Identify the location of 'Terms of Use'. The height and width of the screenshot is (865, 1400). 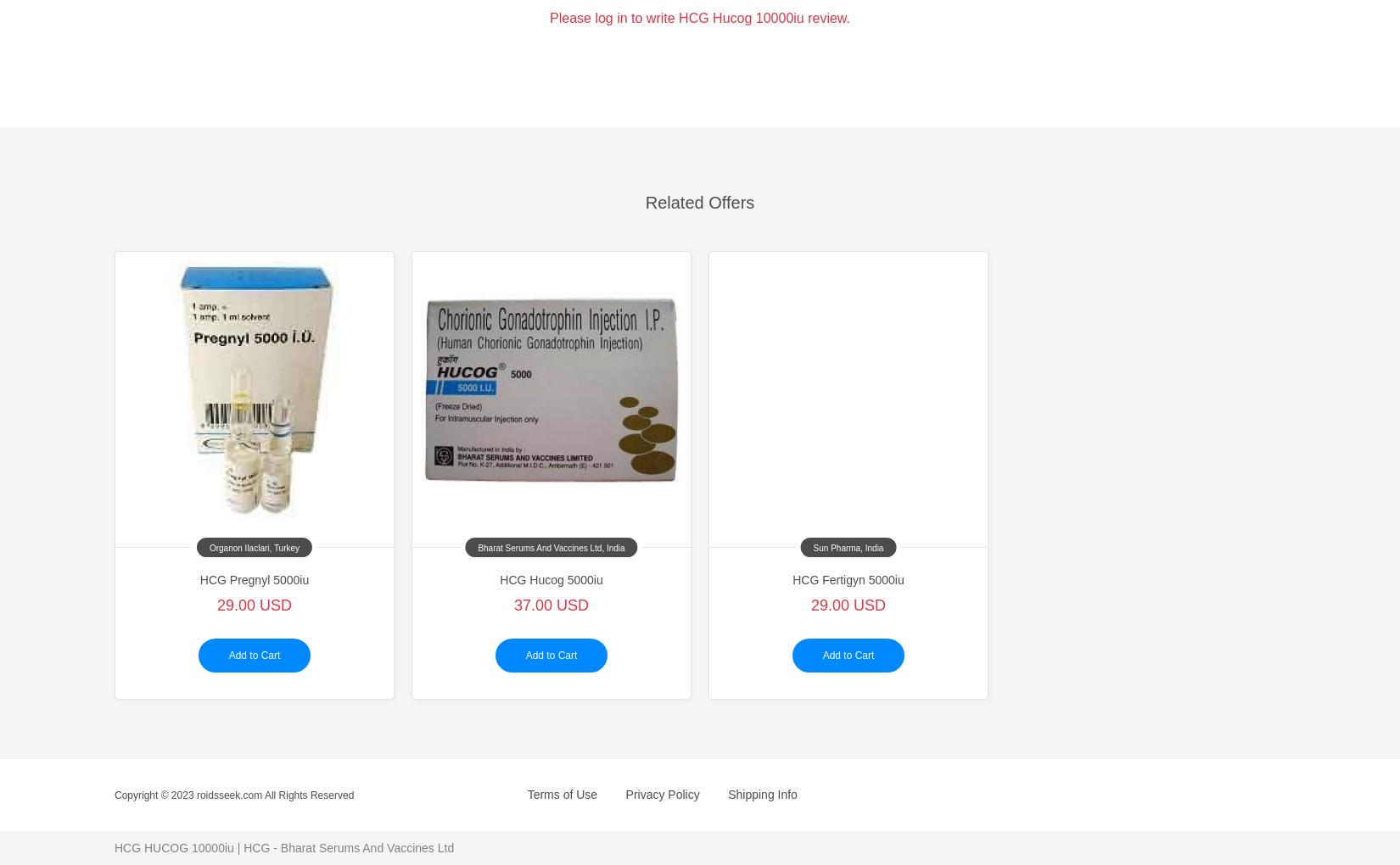
(561, 793).